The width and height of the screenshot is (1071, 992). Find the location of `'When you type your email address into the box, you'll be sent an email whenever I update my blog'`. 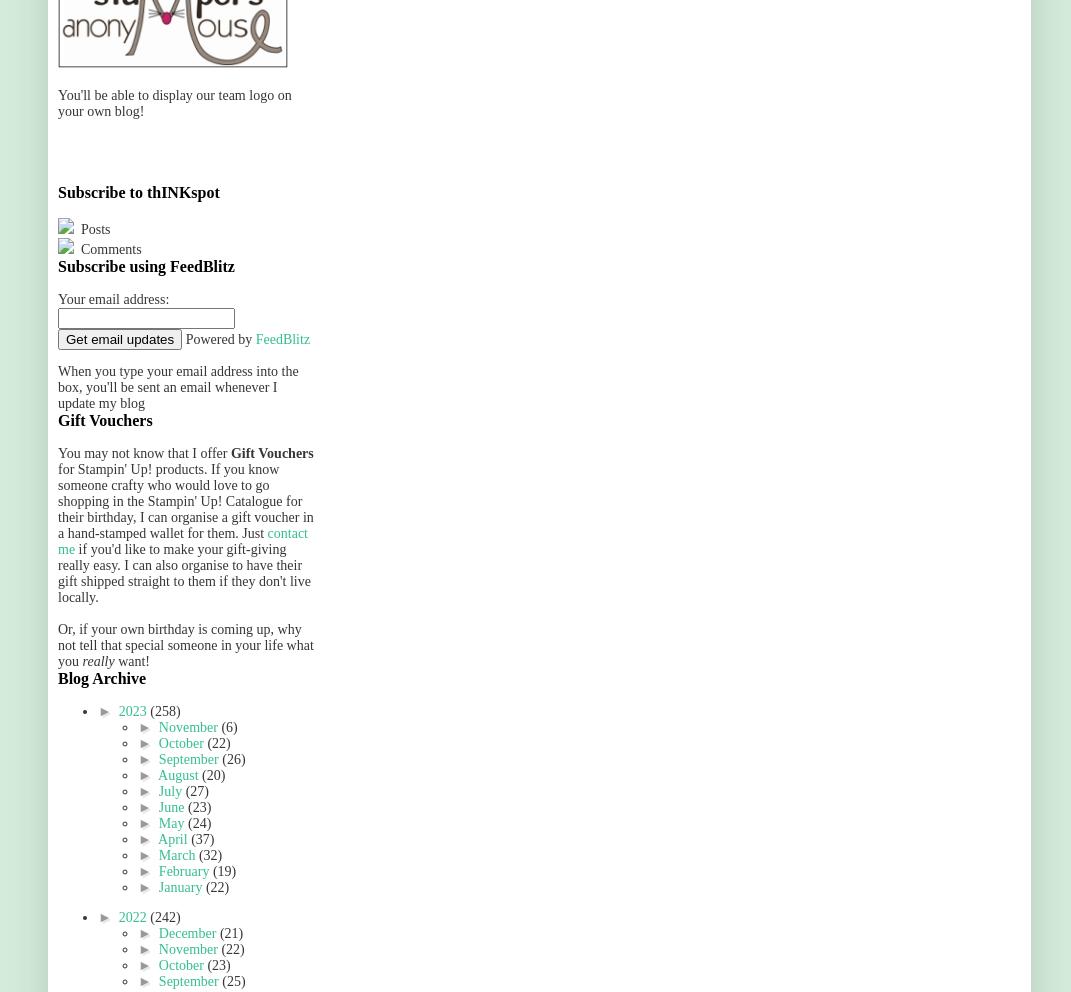

'When you type your email address into the box, you'll be sent an email whenever I update my blog' is located at coordinates (177, 387).